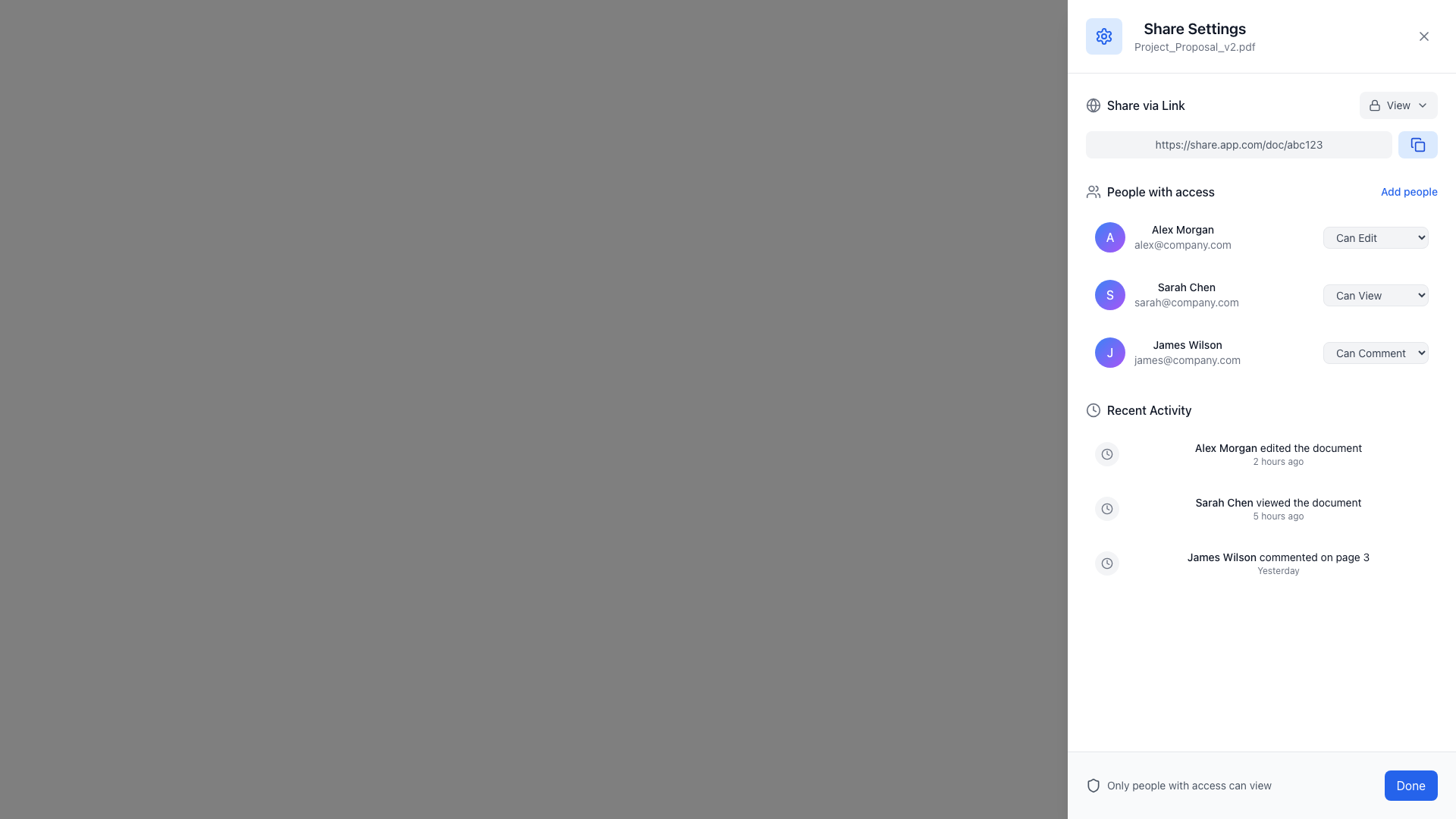 Image resolution: width=1456 pixels, height=819 pixels. What do you see at coordinates (1417, 145) in the screenshot?
I see `the copy link icon located at the top-right corner of the blue rounded rectangular button adjacent to the text input field` at bounding box center [1417, 145].